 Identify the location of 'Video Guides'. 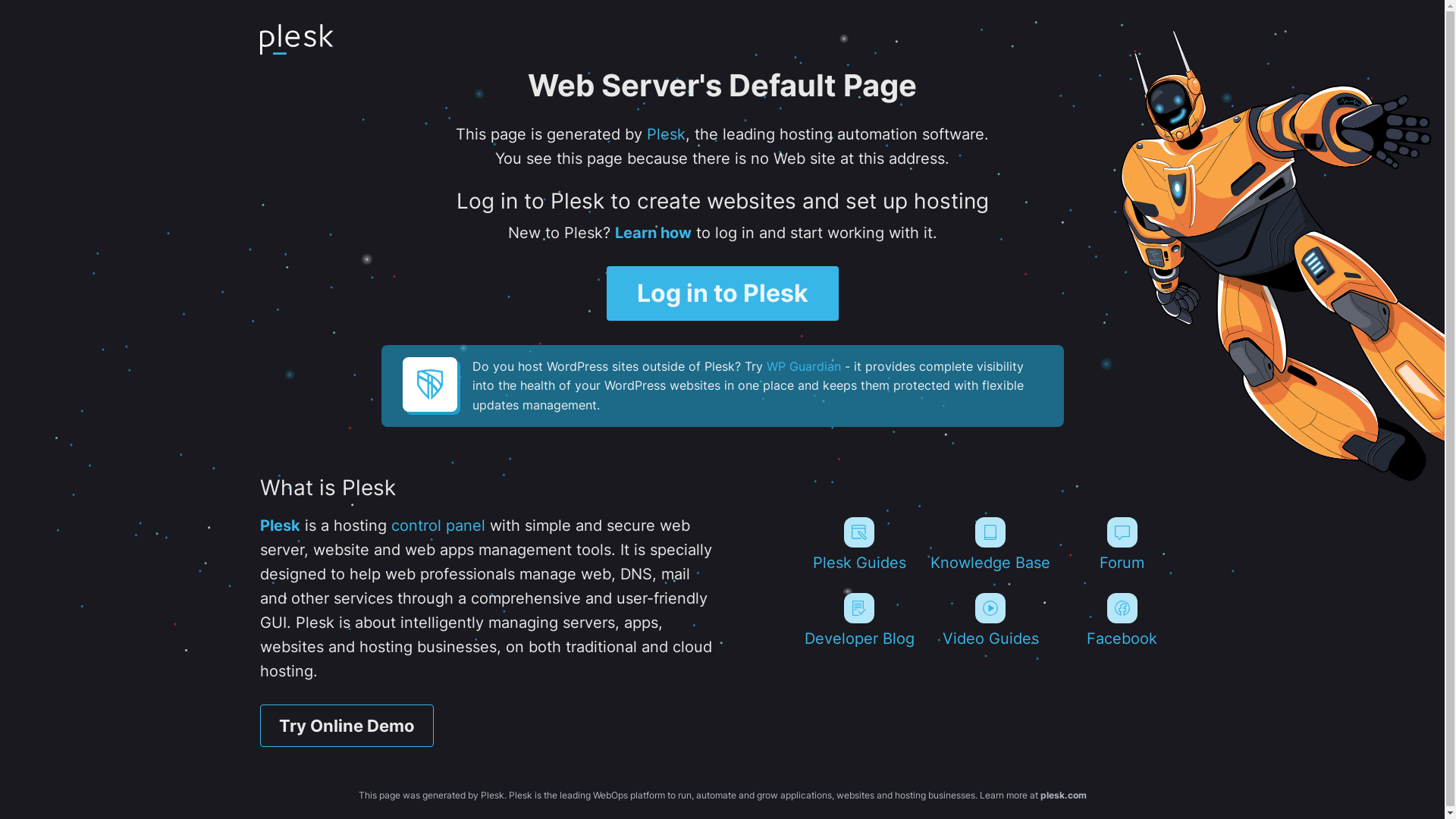
(990, 620).